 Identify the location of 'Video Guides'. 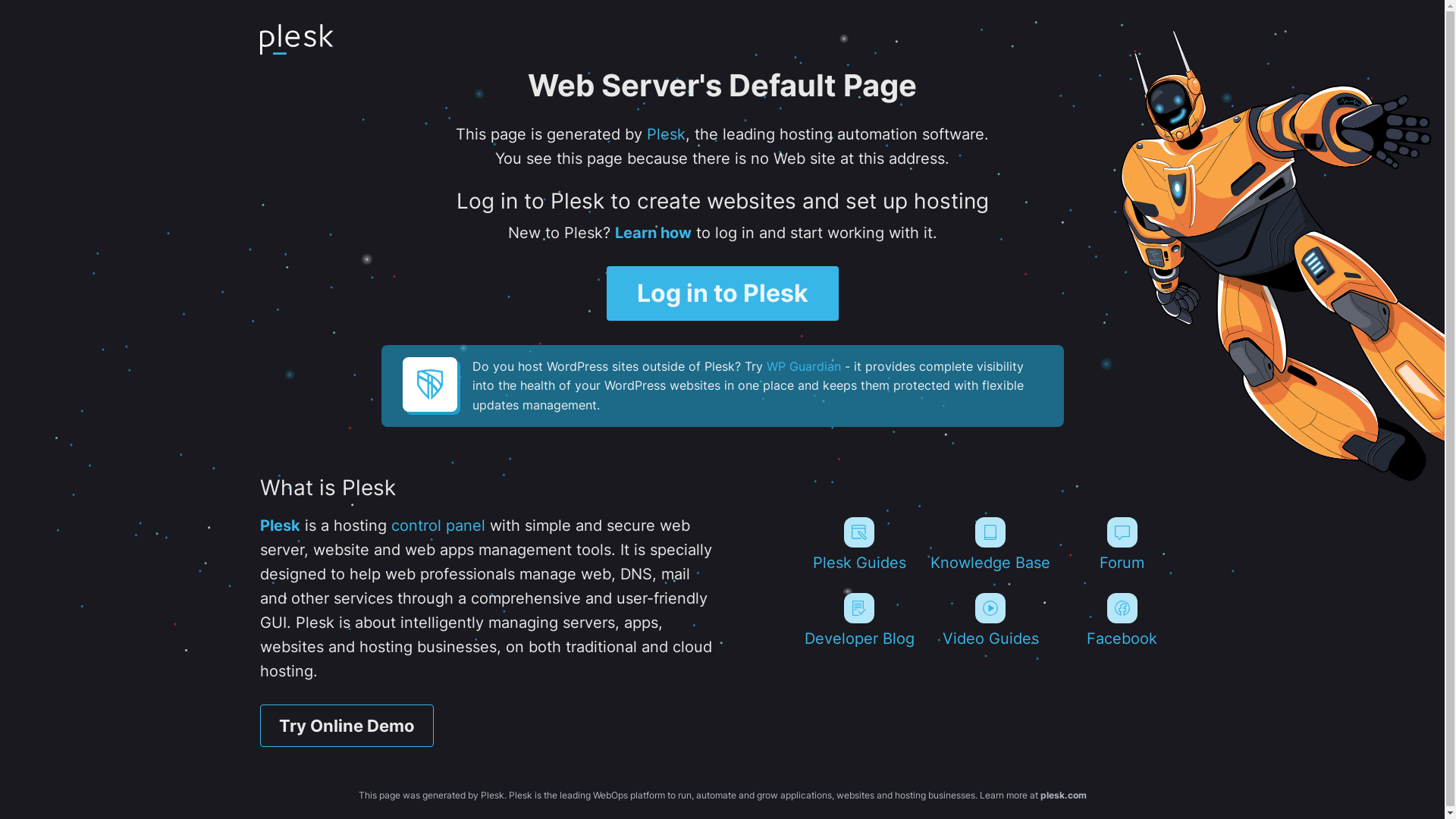
(990, 620).